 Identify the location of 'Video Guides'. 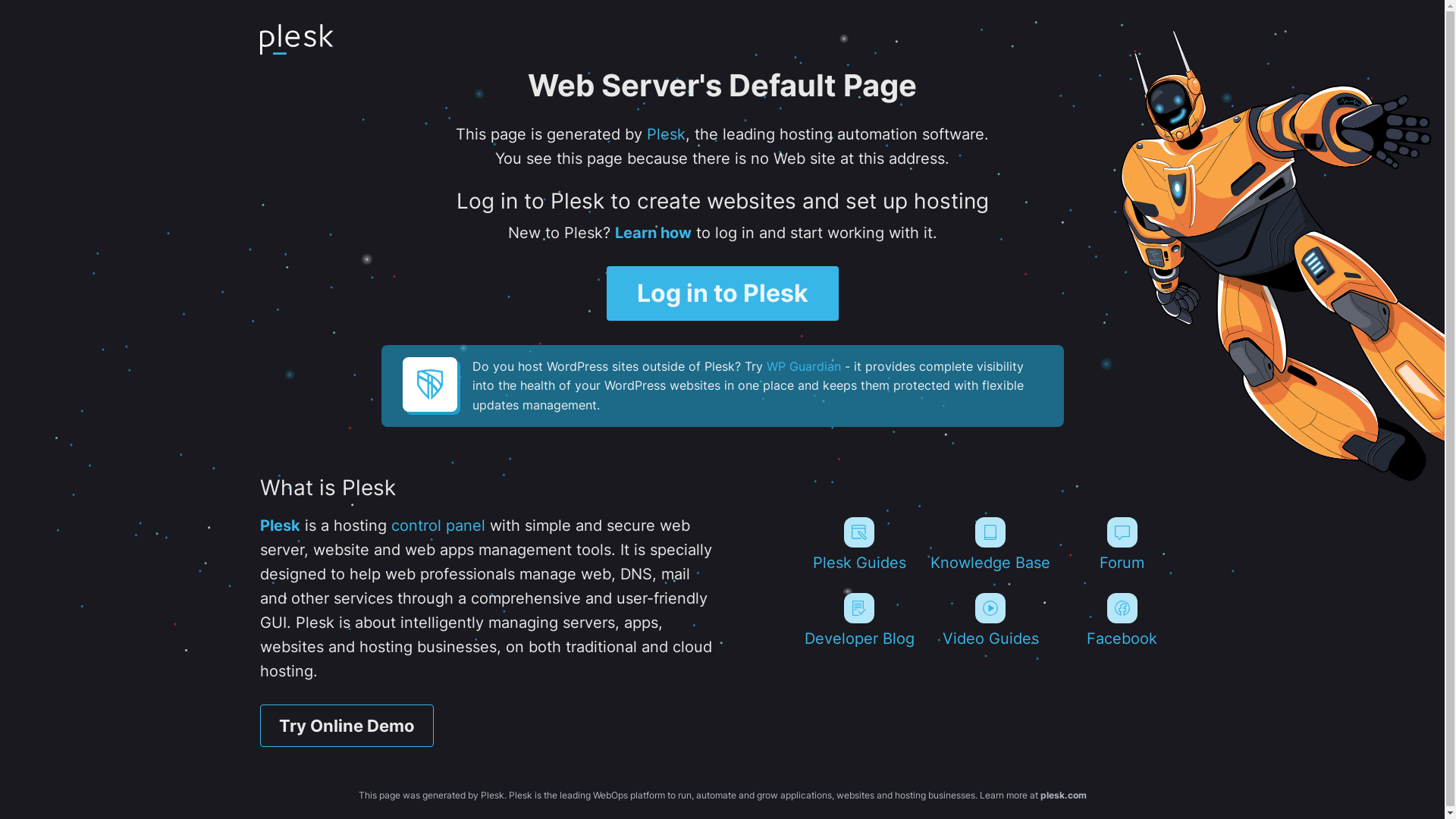
(990, 620).